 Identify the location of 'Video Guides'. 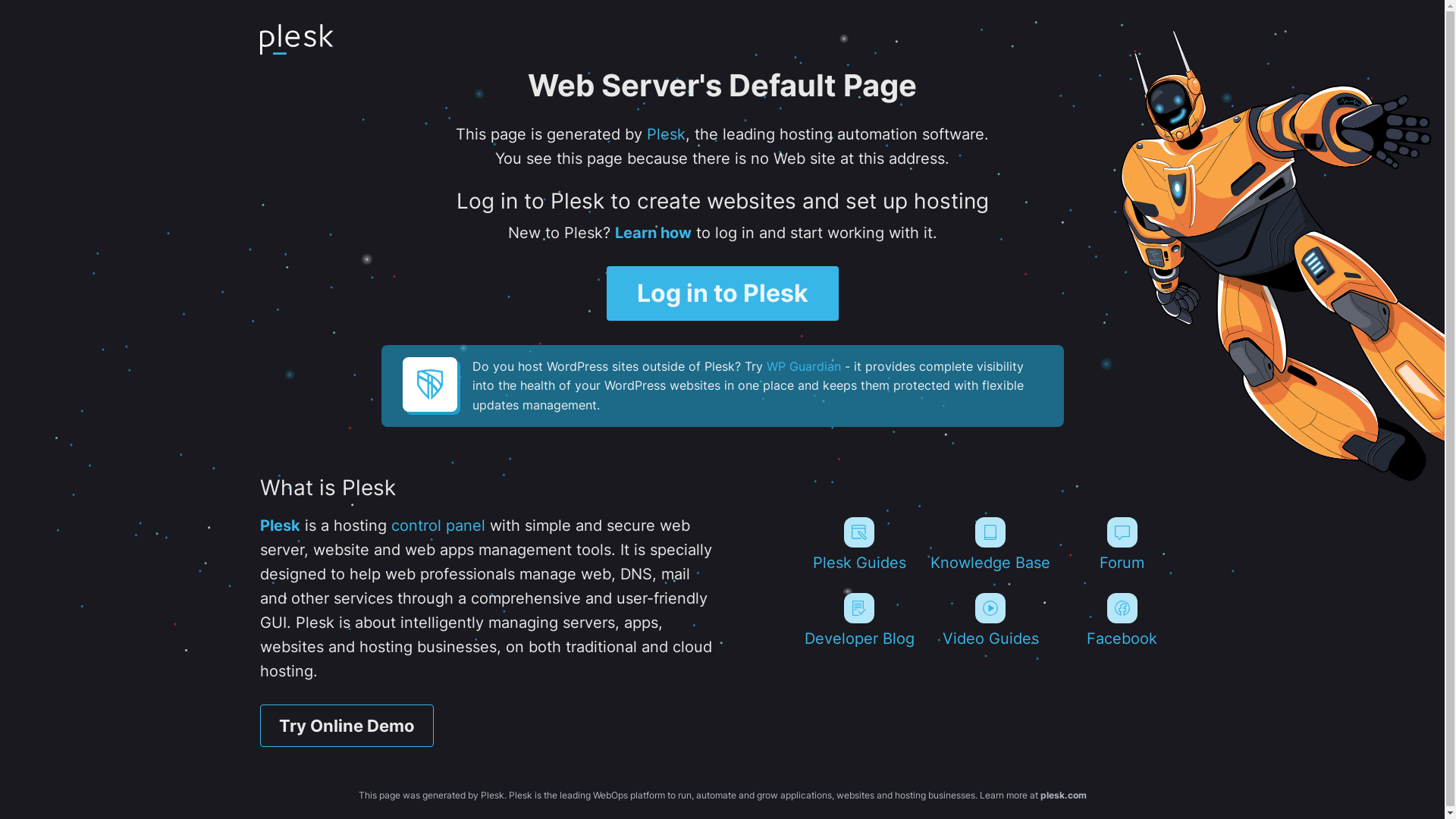
(990, 620).